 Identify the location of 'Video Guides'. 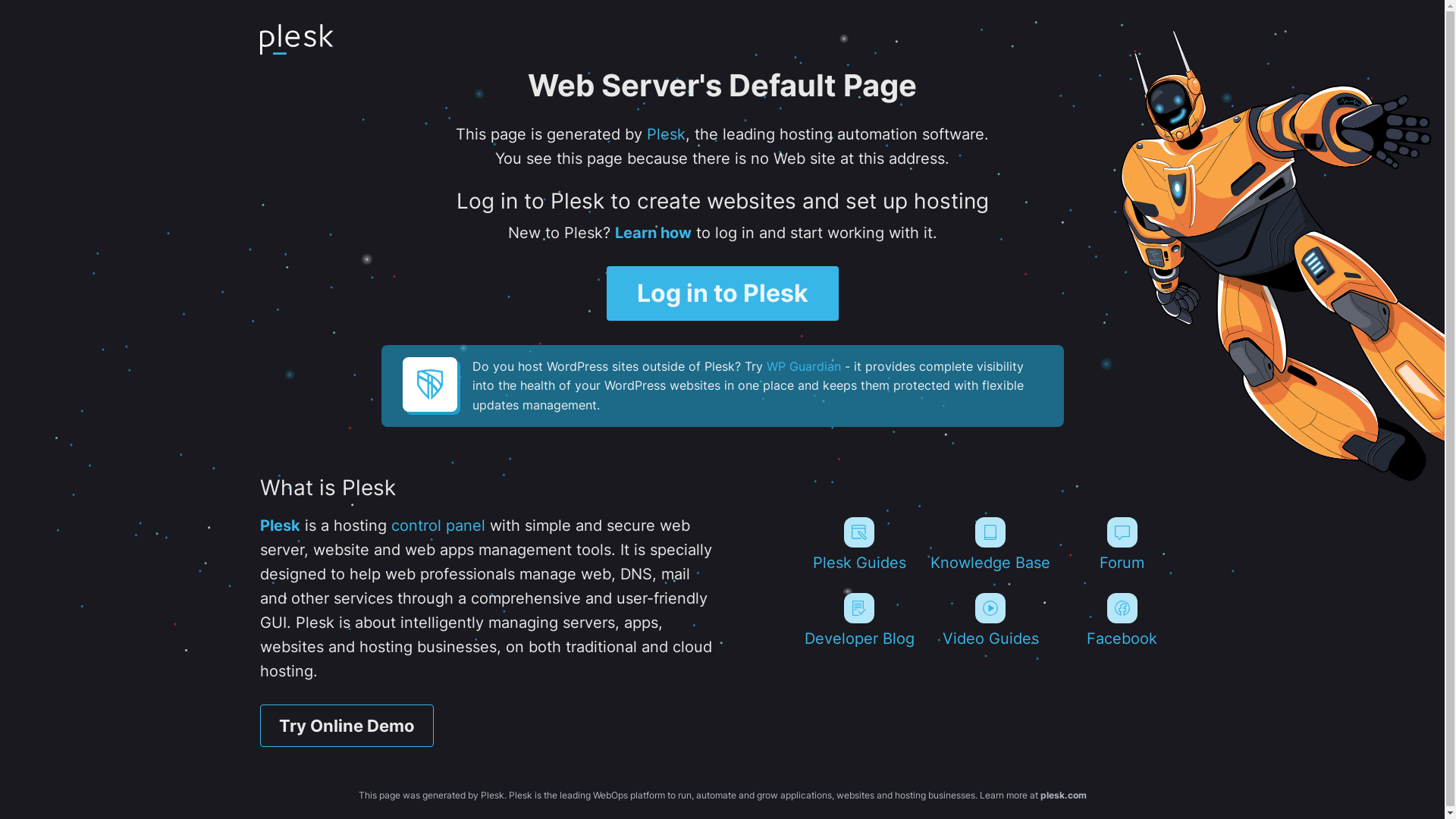
(990, 620).